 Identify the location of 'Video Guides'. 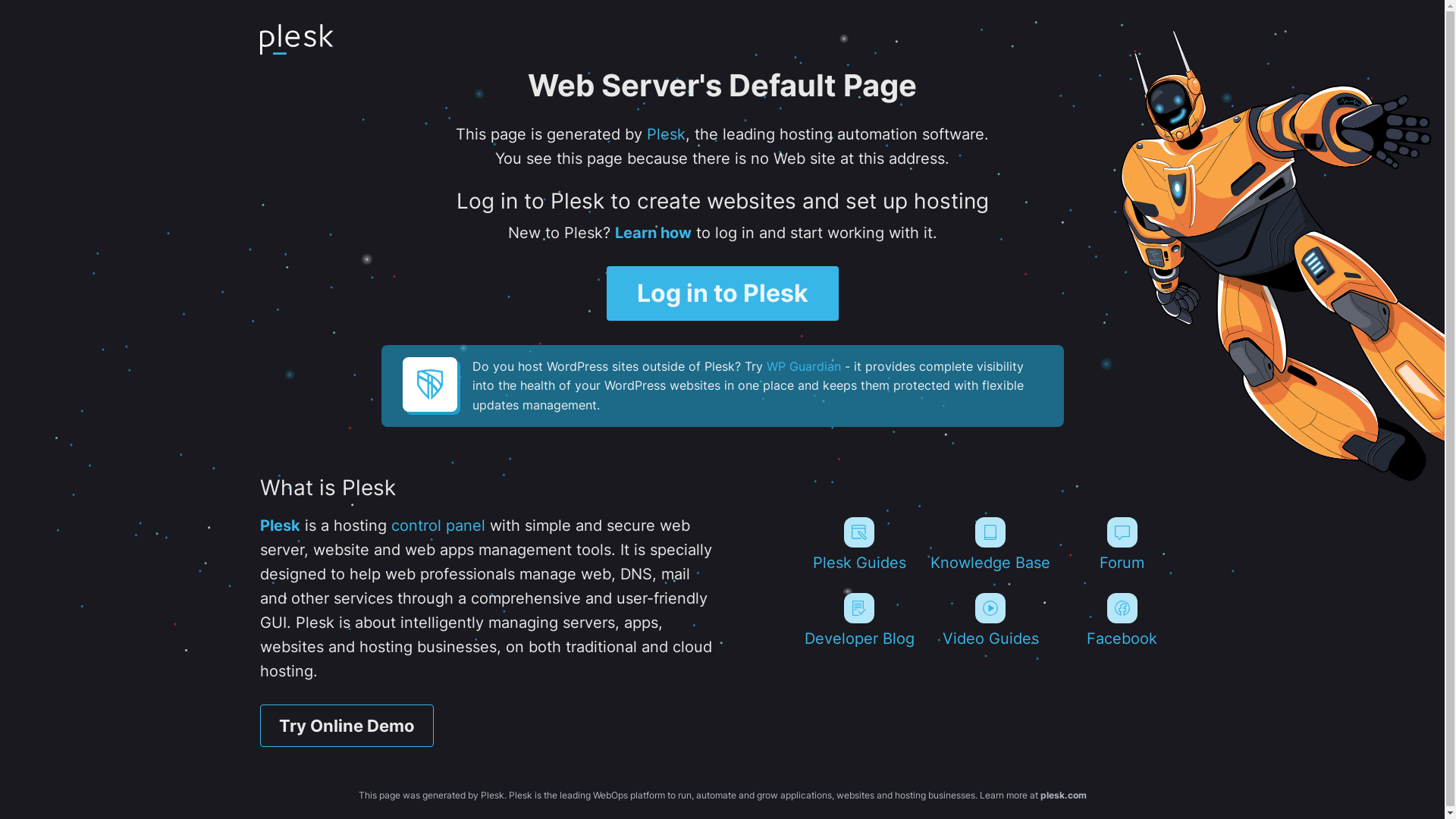
(990, 620).